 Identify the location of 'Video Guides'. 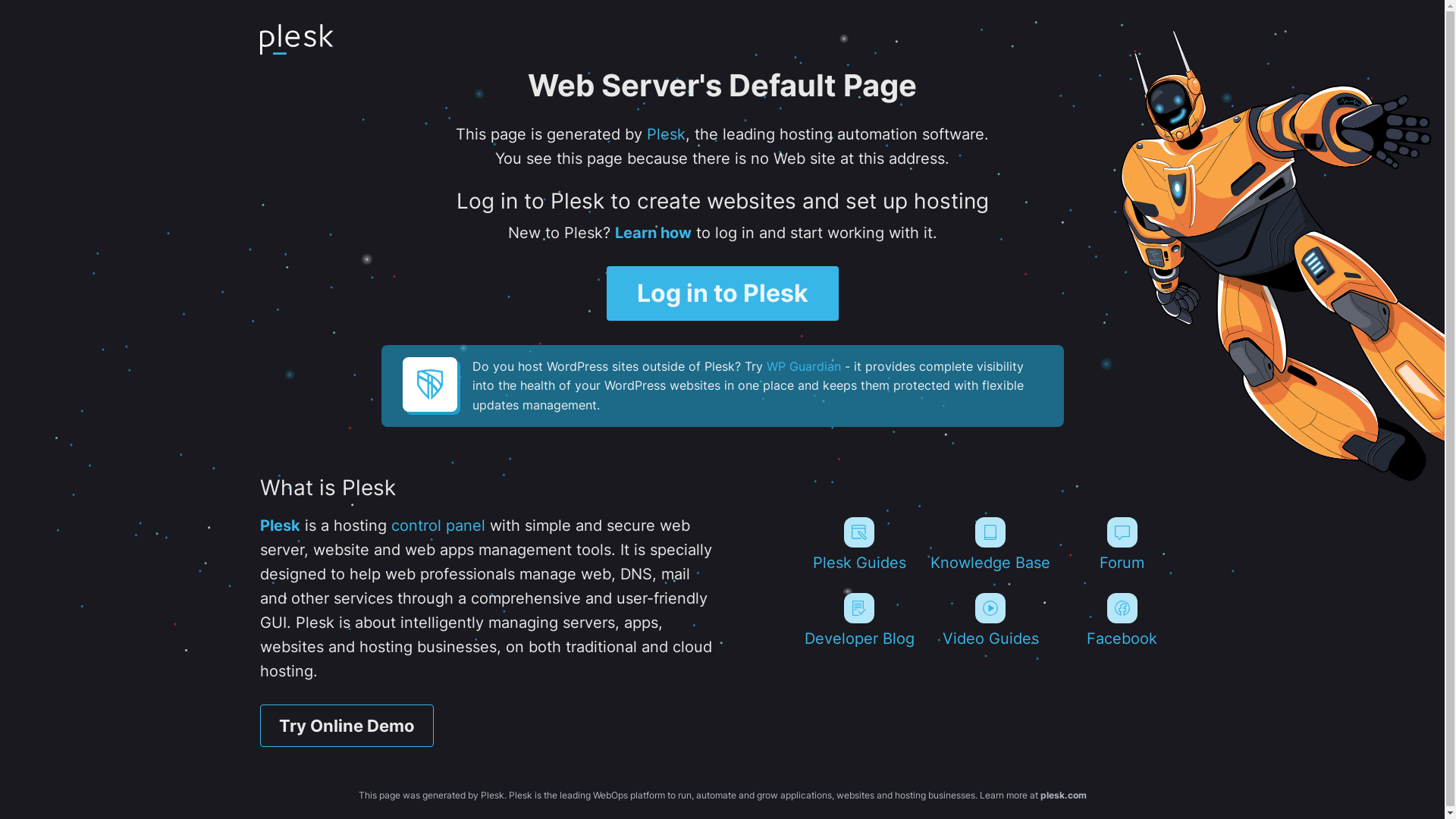
(990, 620).